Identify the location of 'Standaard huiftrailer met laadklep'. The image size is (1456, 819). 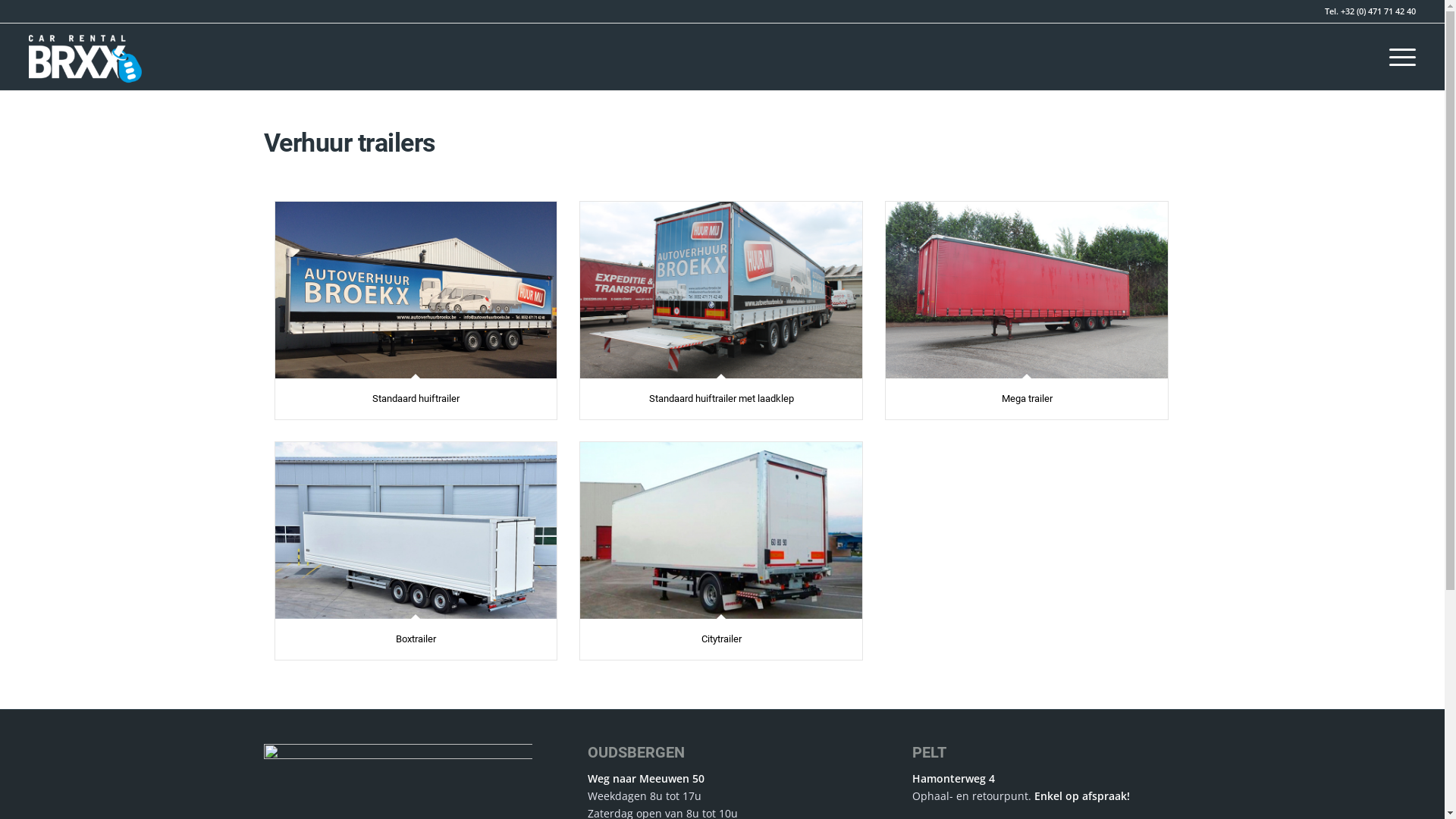
(648, 397).